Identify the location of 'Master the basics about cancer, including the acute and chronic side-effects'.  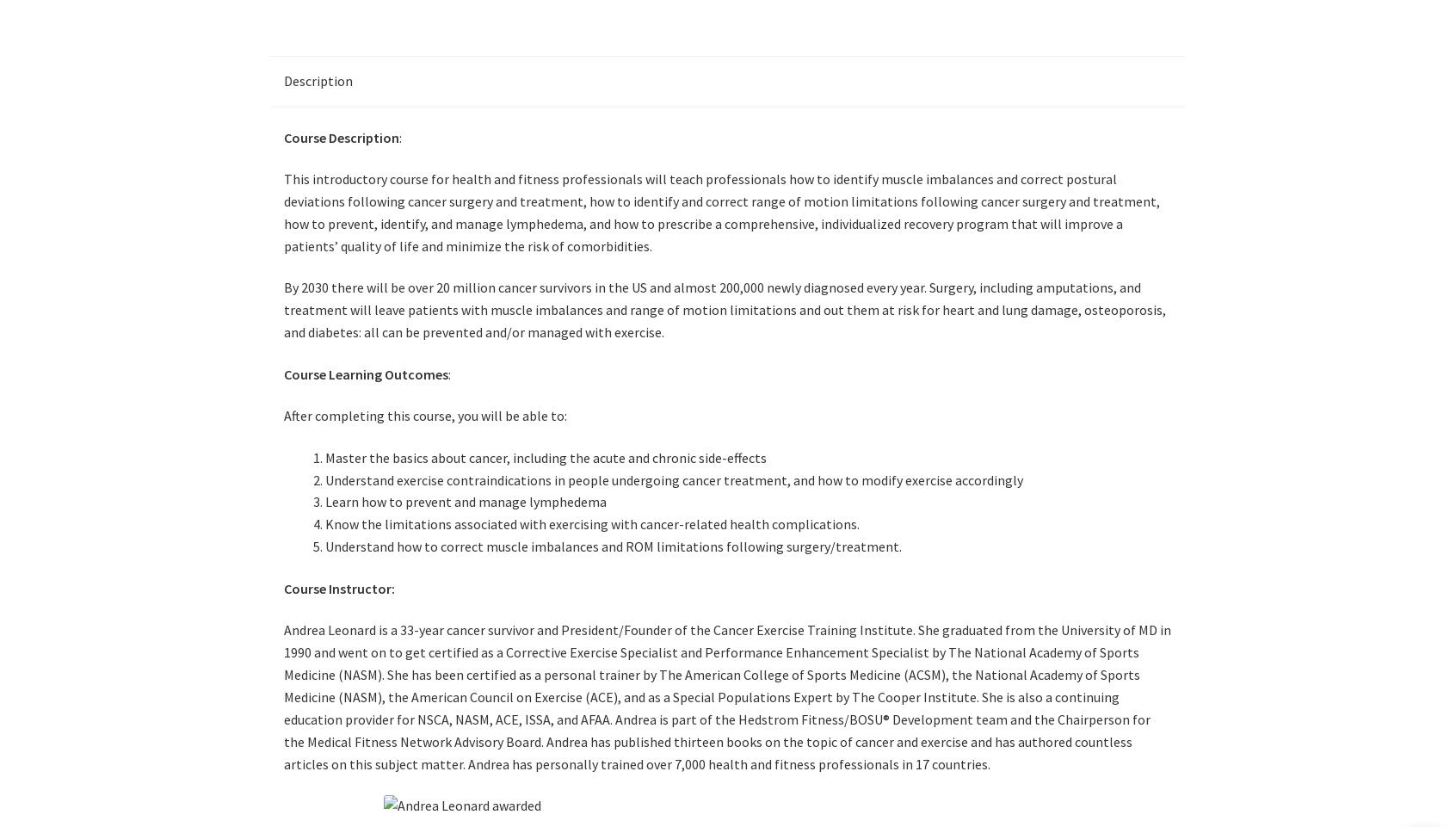
(545, 456).